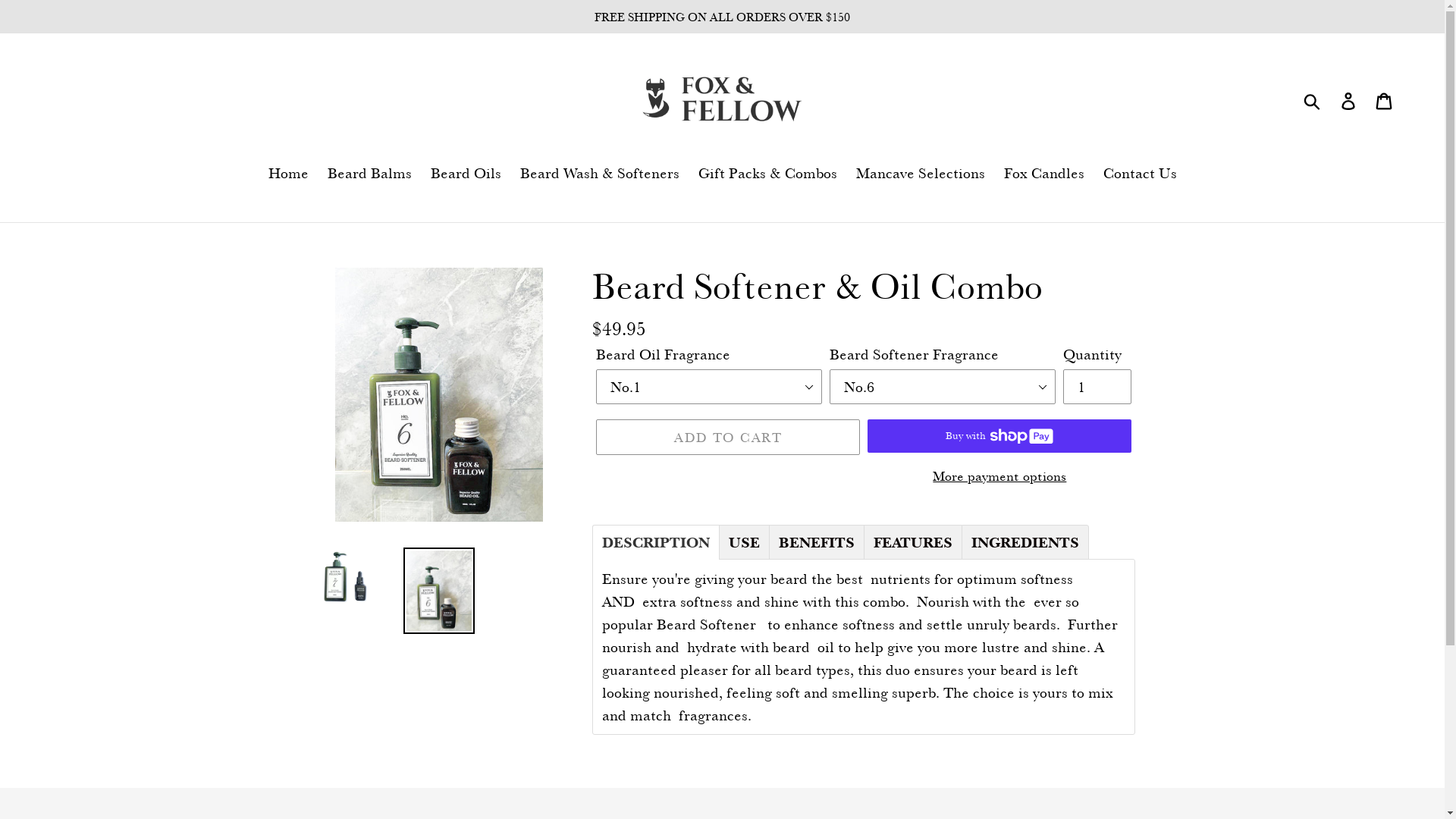  I want to click on 'Home', so click(288, 173).